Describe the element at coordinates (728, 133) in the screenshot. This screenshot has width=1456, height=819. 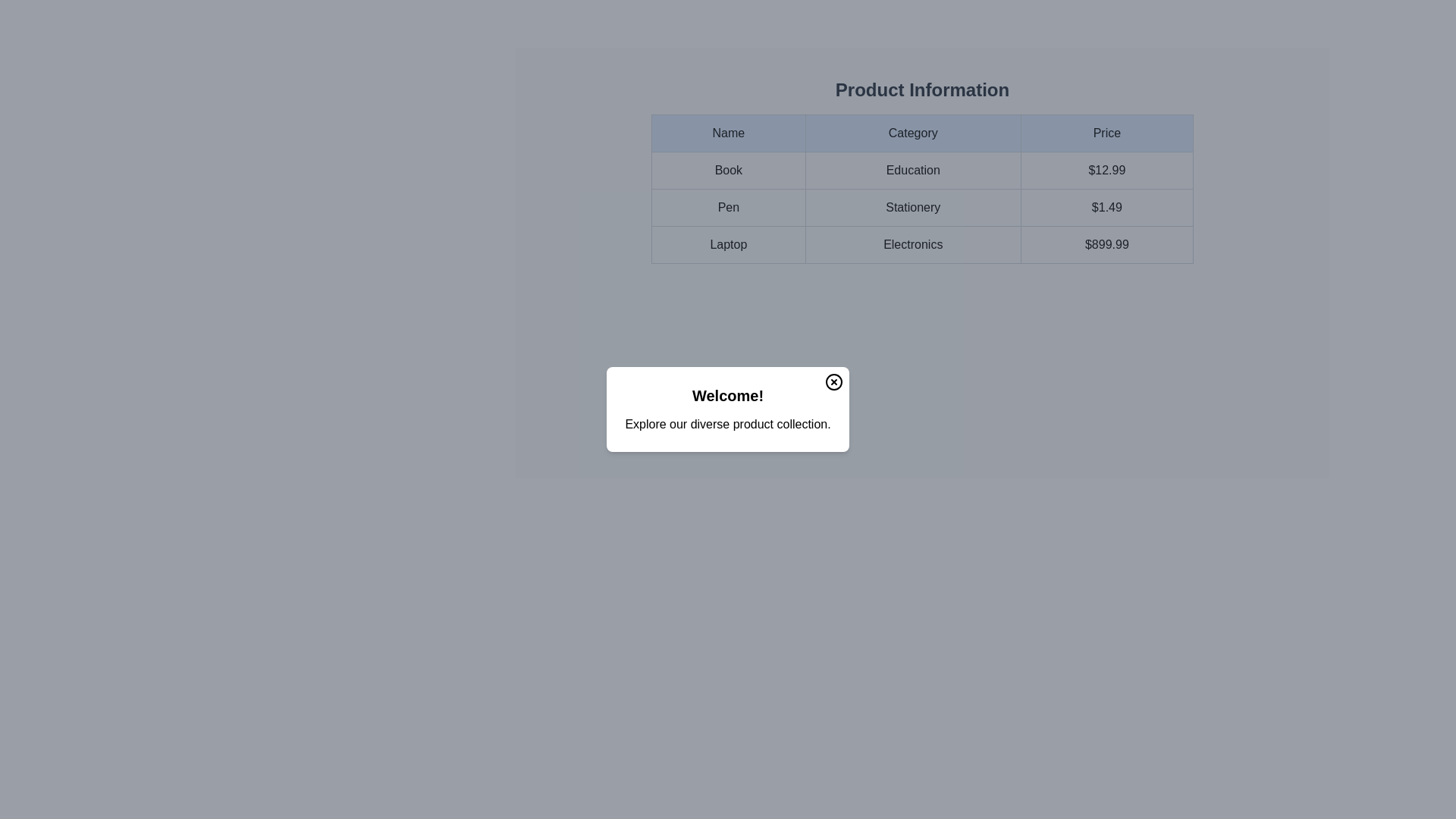
I see `text of the table header cell that labels the first column of the table, positioned to the left of the 'Category' header cell and above the column of item names` at that location.